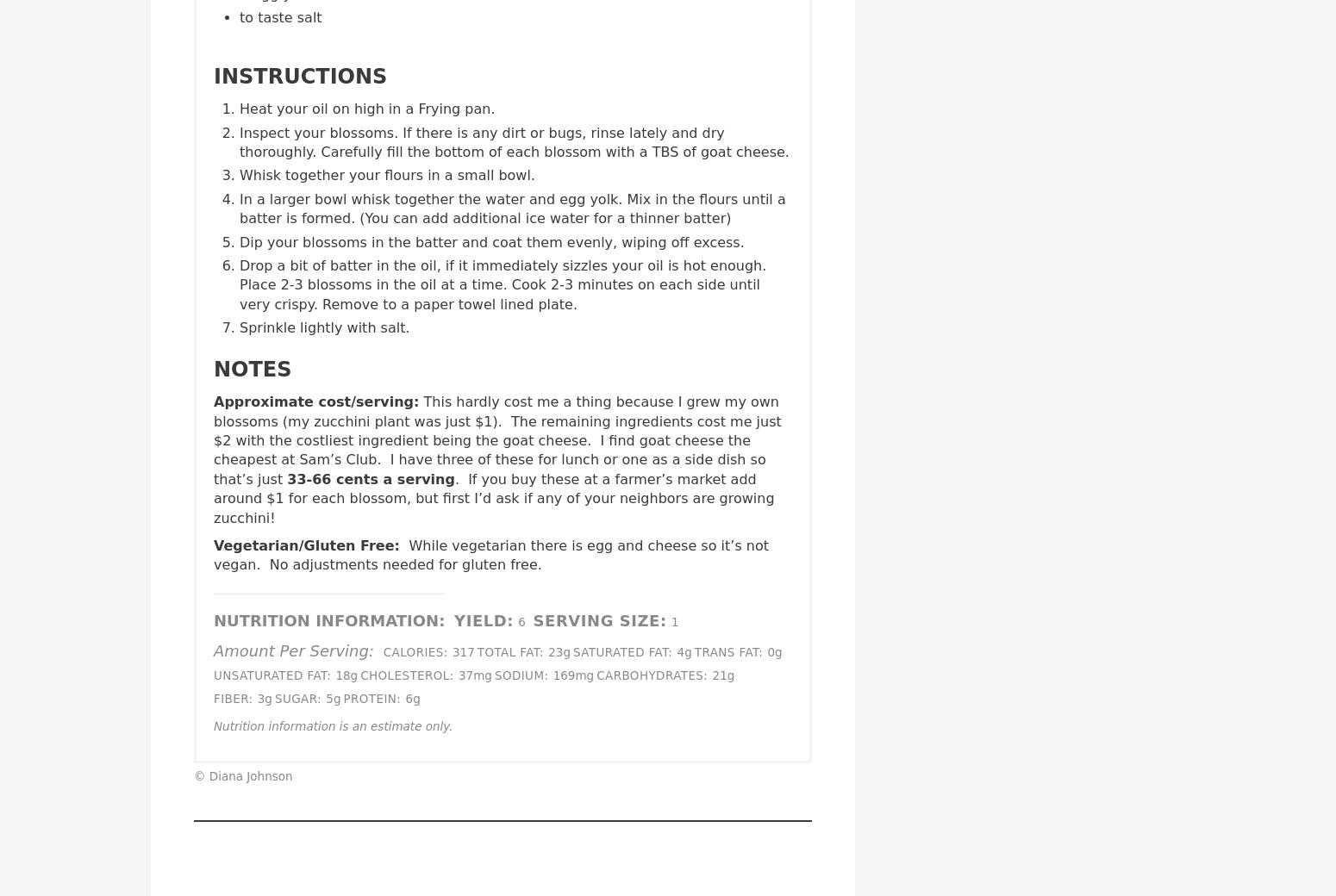  What do you see at coordinates (453, 619) in the screenshot?
I see `'Yield:'` at bounding box center [453, 619].